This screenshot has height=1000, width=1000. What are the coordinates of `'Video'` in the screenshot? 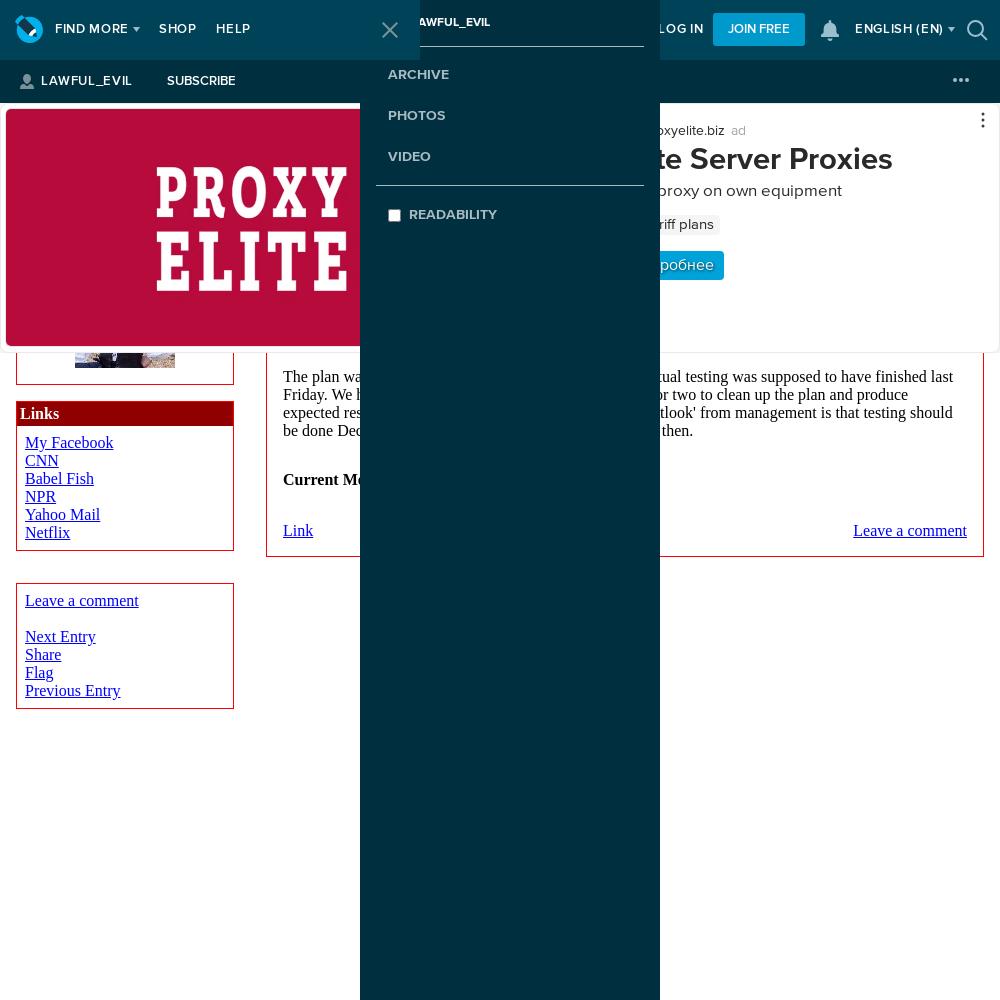 It's located at (409, 156).